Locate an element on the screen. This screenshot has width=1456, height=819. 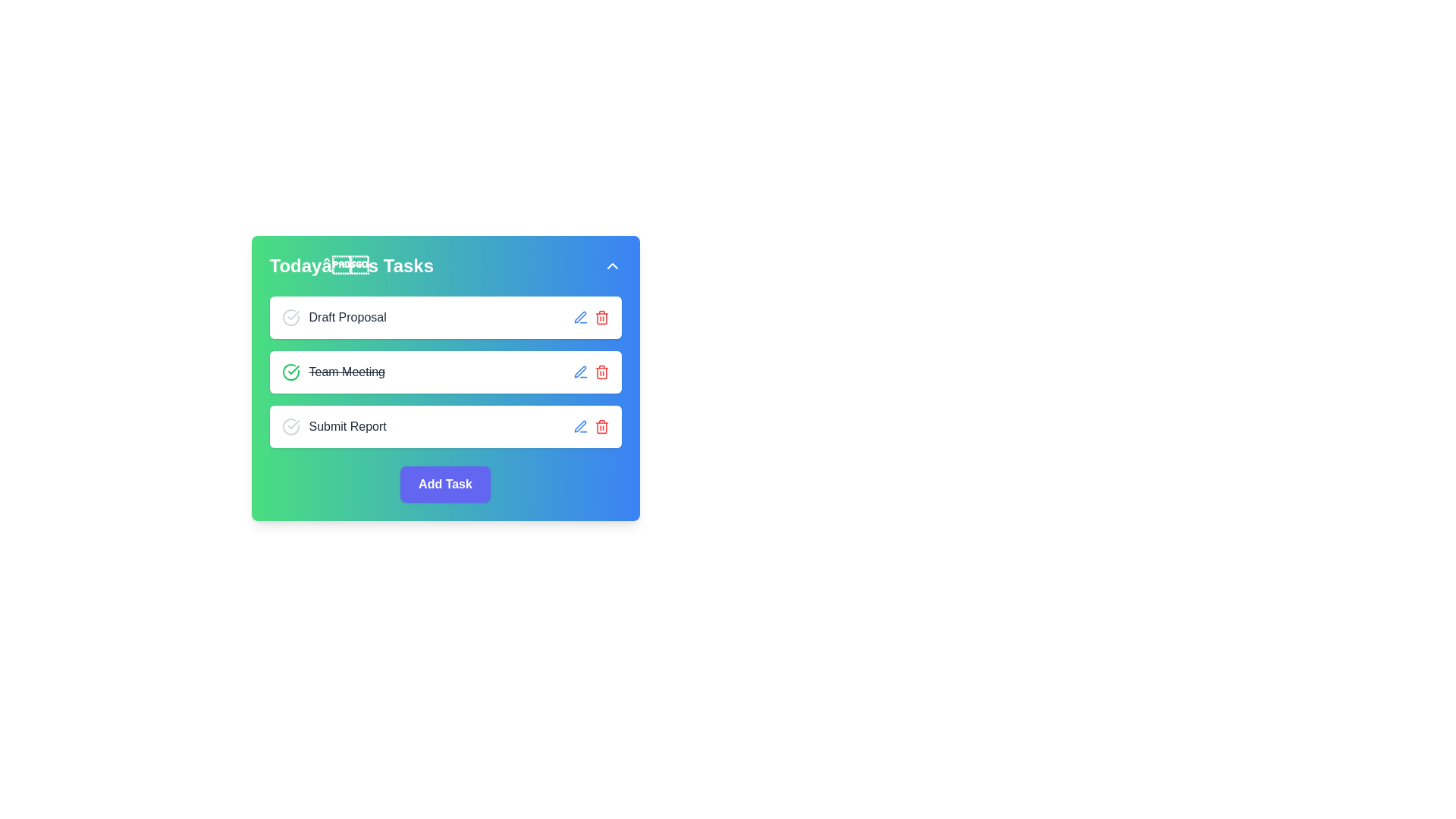
the Text label (heading) that displays the title for the section, located at the top-left corner of the card interface, adjacent to a chevron up icon is located at coordinates (350, 265).